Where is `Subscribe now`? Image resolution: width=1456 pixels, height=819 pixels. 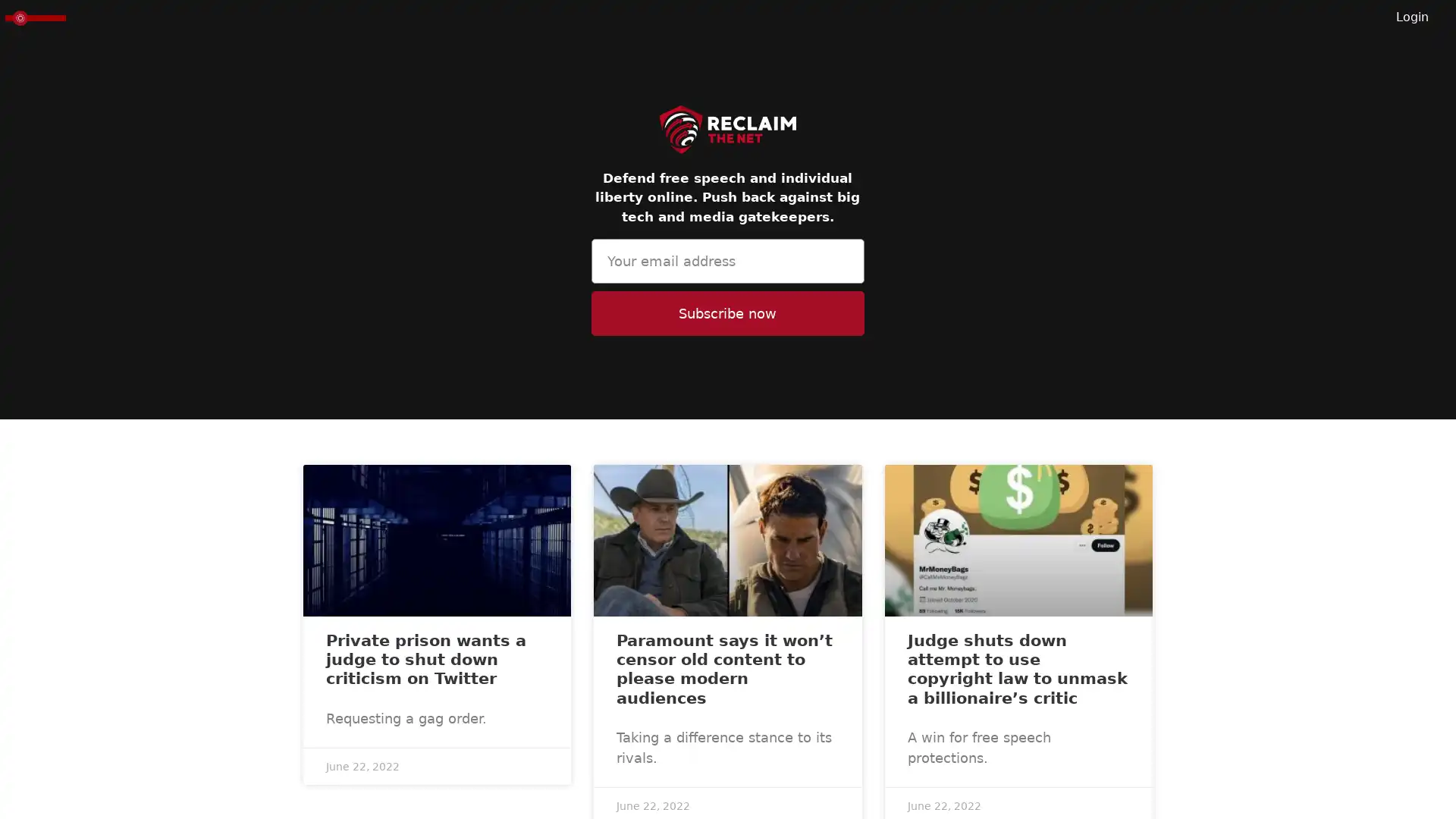
Subscribe now is located at coordinates (726, 312).